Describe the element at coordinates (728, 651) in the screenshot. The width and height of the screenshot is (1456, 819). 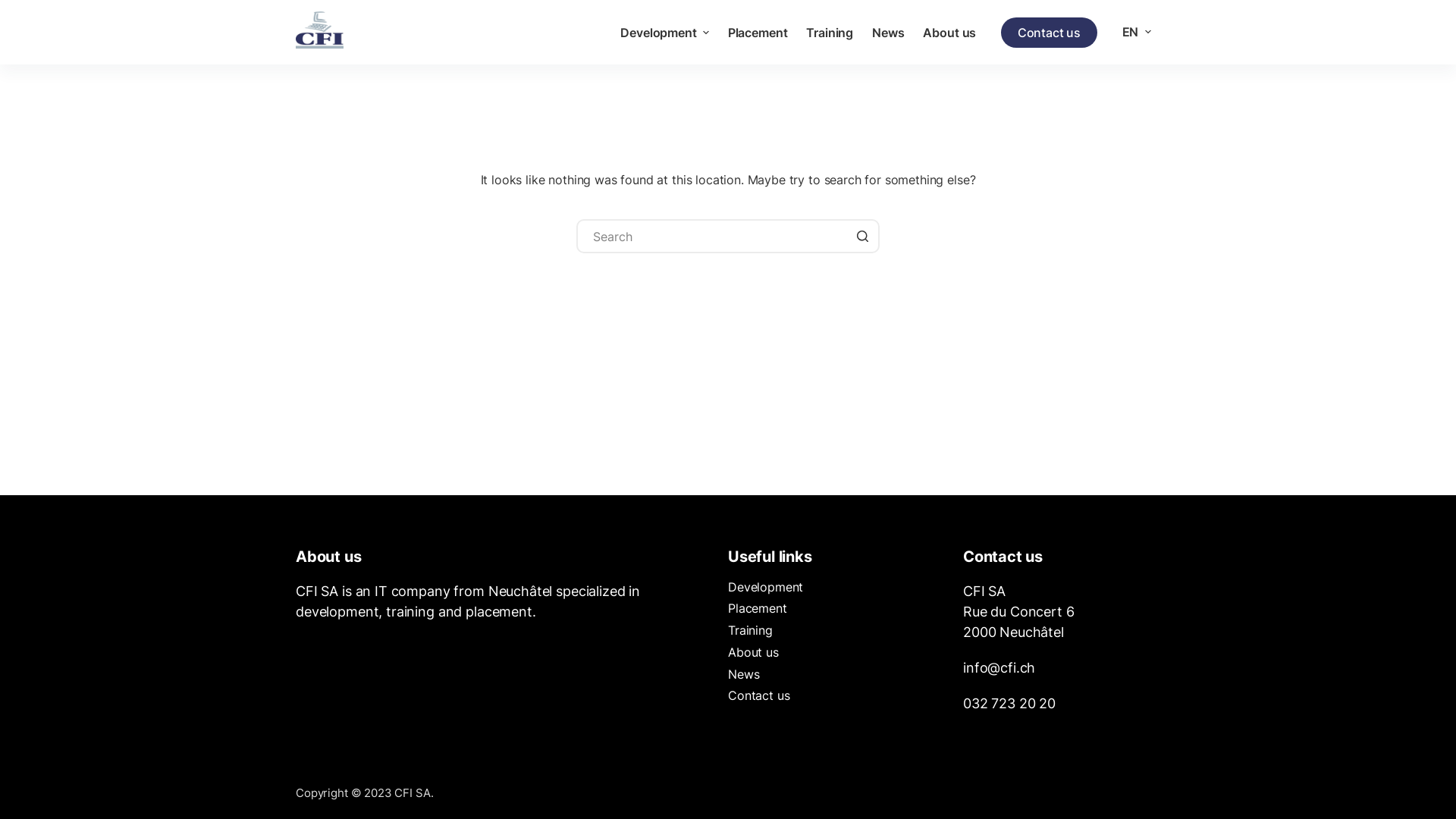
I see `'About us'` at that location.